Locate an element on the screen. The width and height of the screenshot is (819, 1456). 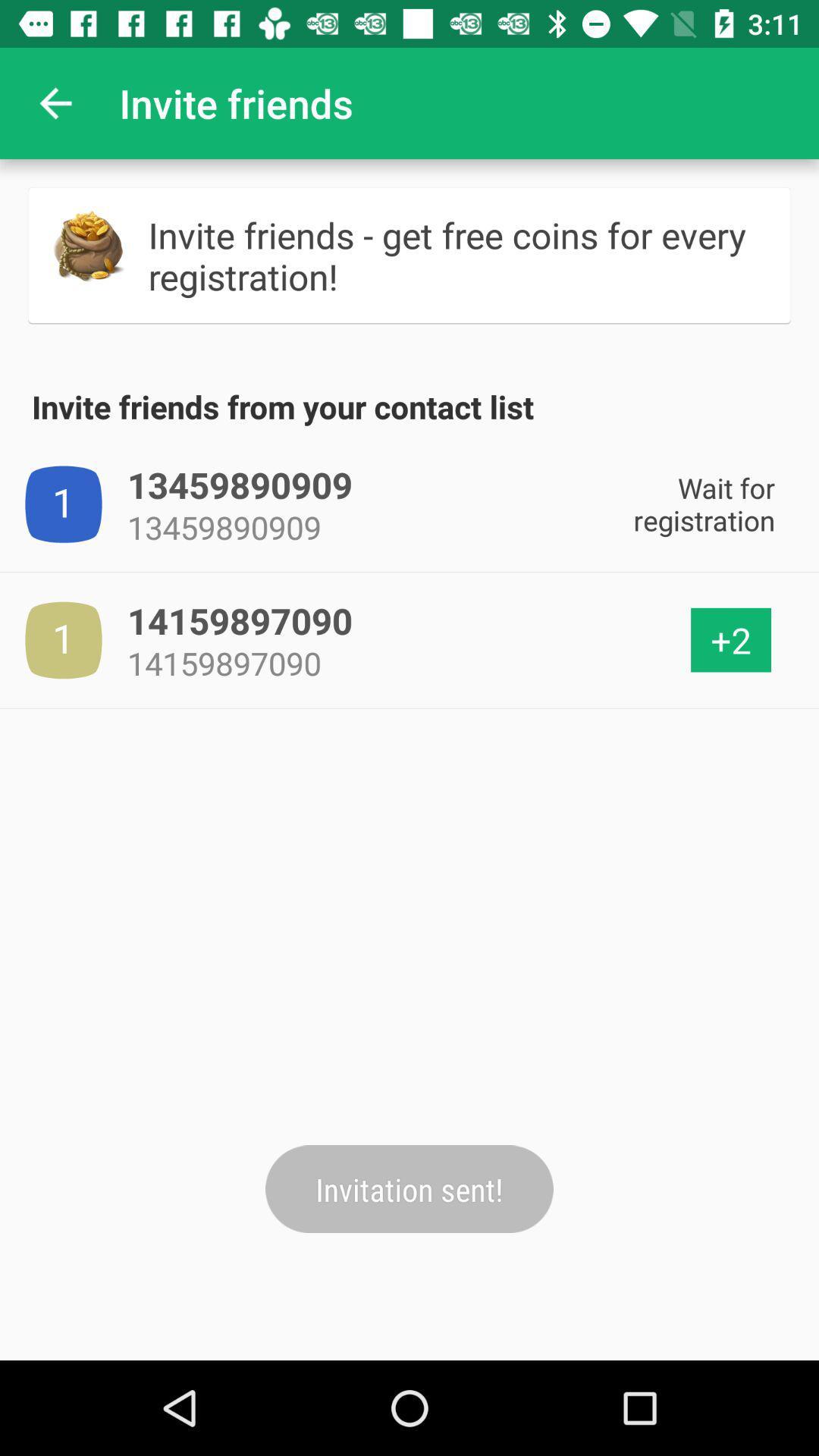
the +2 is located at coordinates (730, 640).